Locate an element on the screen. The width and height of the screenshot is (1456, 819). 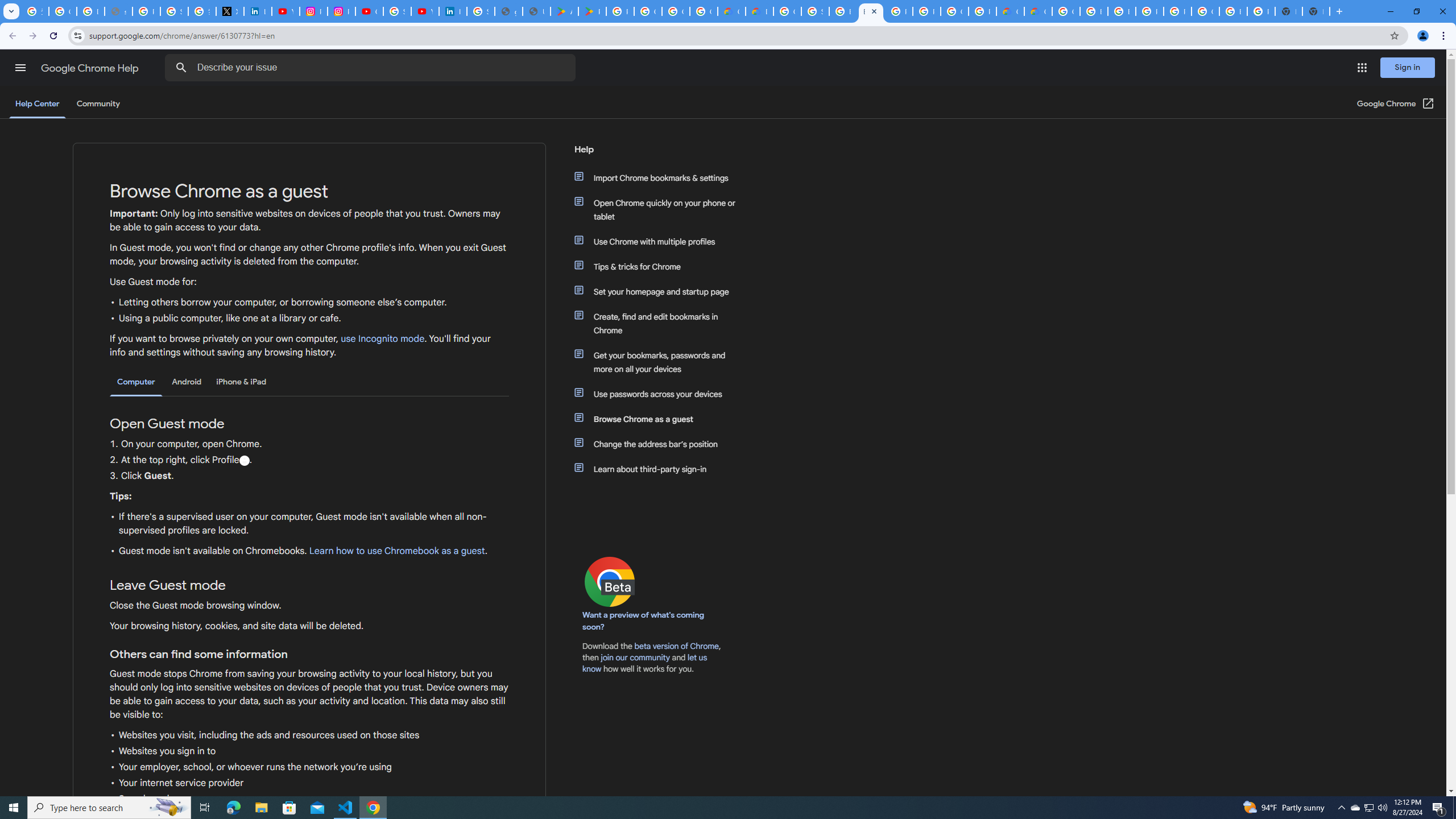
'Search Help Center' is located at coordinates (180, 67).